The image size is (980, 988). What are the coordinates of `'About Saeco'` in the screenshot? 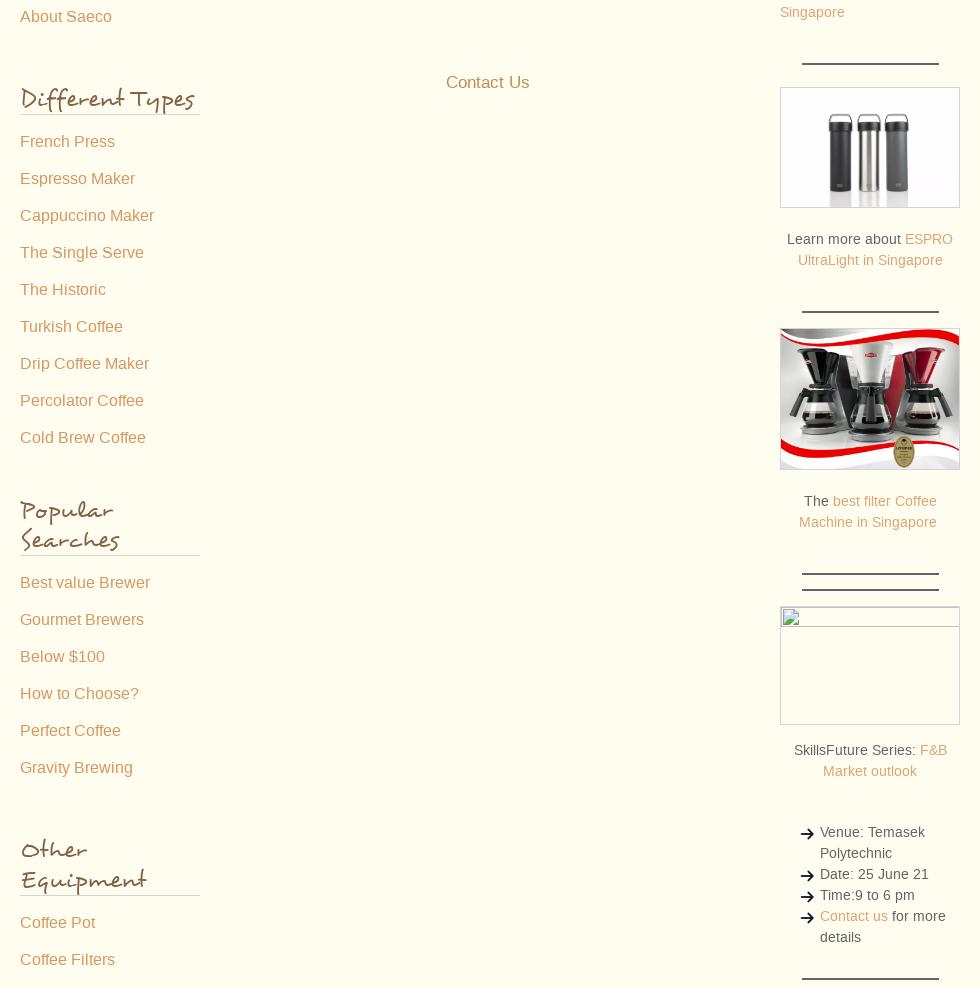 It's located at (19, 15).